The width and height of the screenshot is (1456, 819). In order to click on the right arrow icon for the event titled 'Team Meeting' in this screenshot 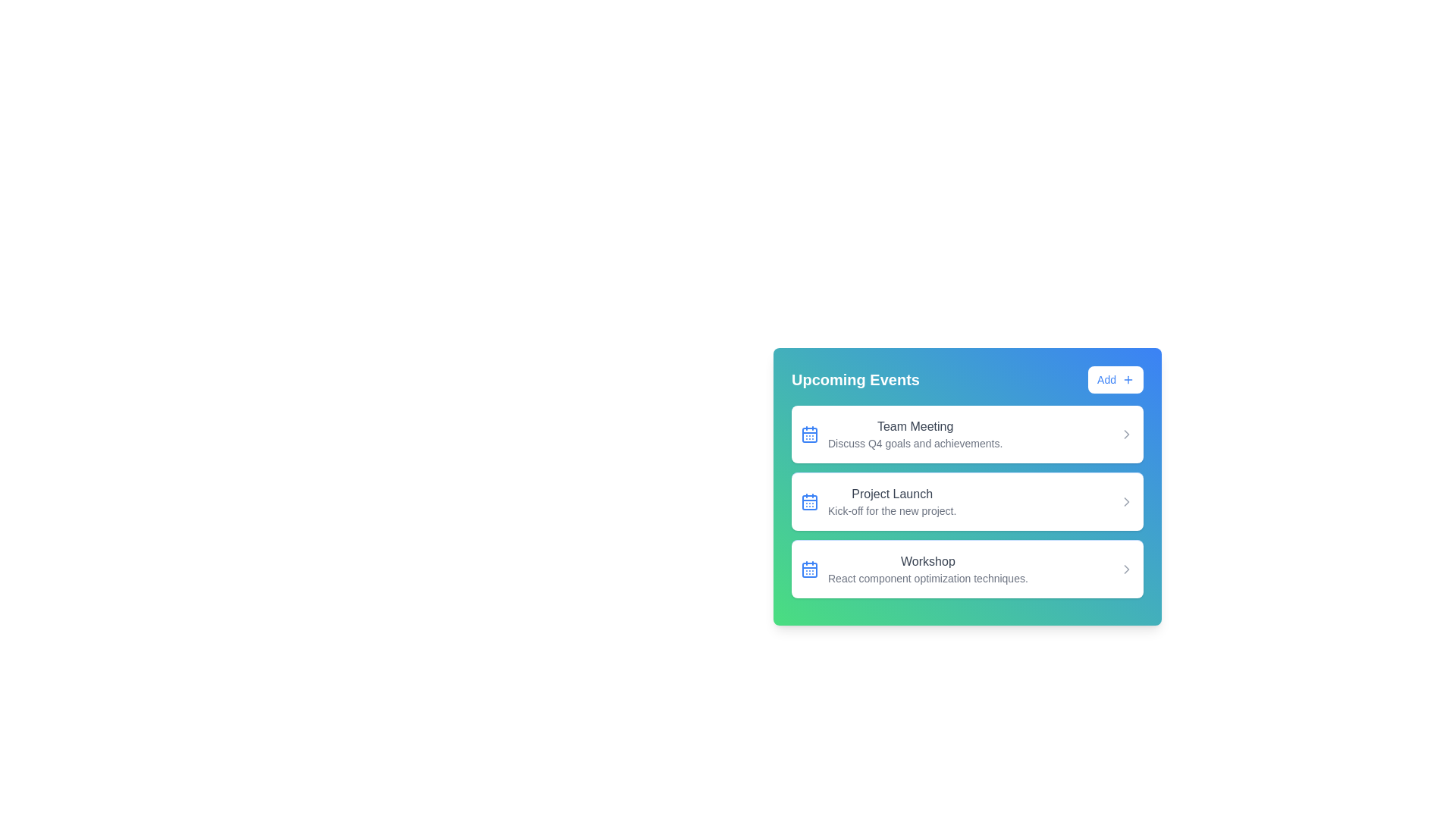, I will do `click(1127, 435)`.